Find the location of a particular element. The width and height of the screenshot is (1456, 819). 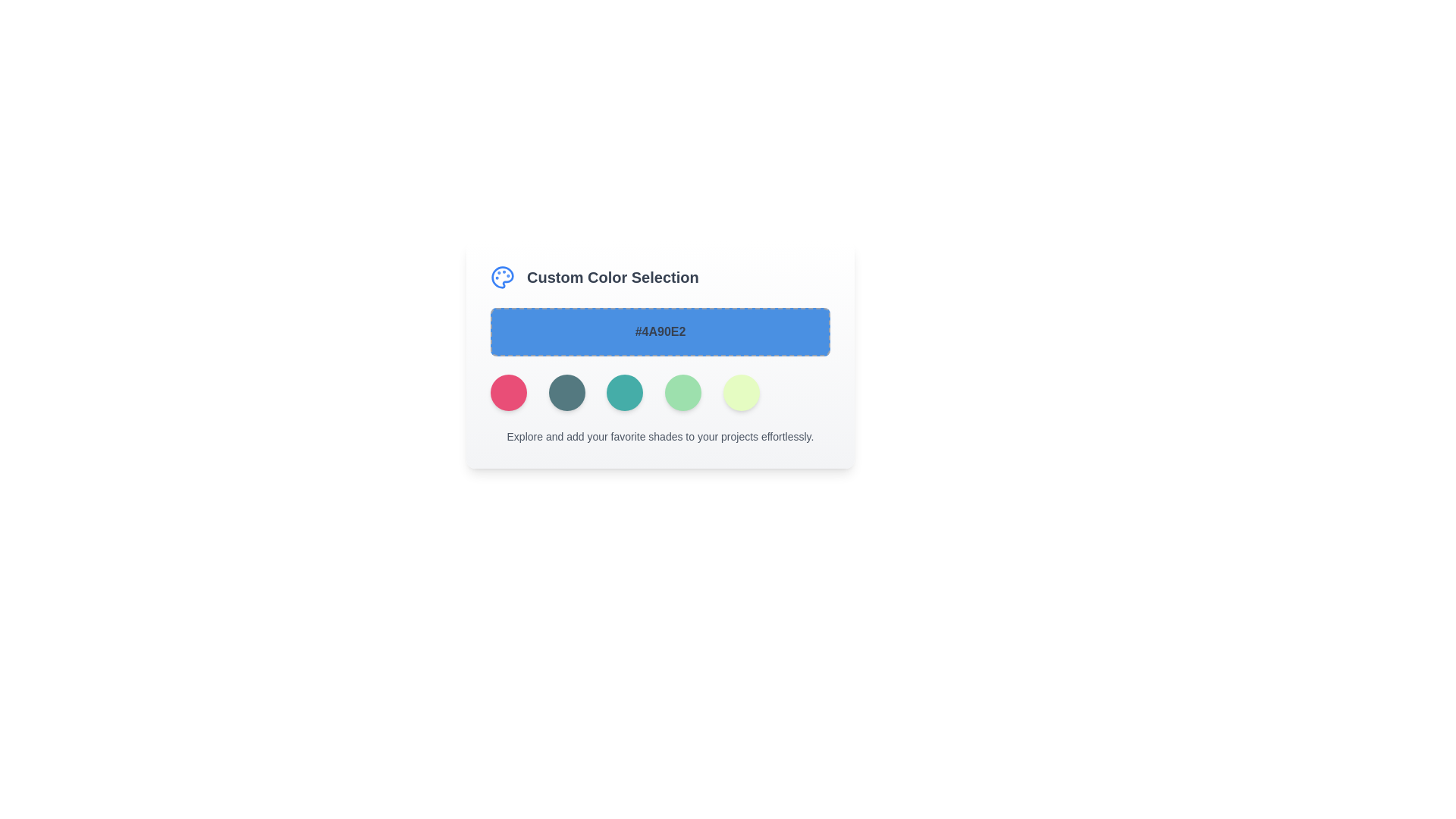

title text that serves as a header for the custom color selection section, located to the left of the text '#4A90E2' and alongside the palette icon is located at coordinates (660, 278).